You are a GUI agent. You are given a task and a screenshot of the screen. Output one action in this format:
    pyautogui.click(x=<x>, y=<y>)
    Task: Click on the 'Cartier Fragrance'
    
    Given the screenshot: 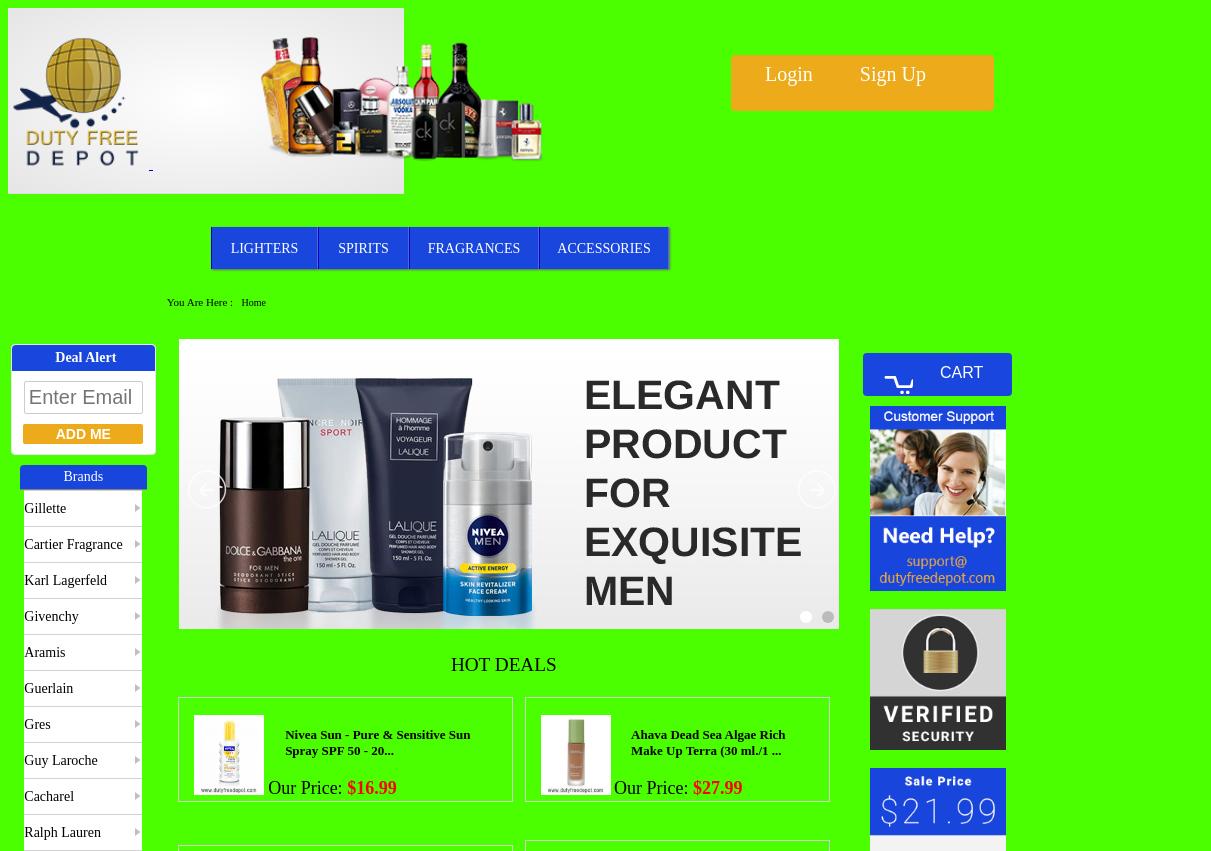 What is the action you would take?
    pyautogui.click(x=72, y=542)
    